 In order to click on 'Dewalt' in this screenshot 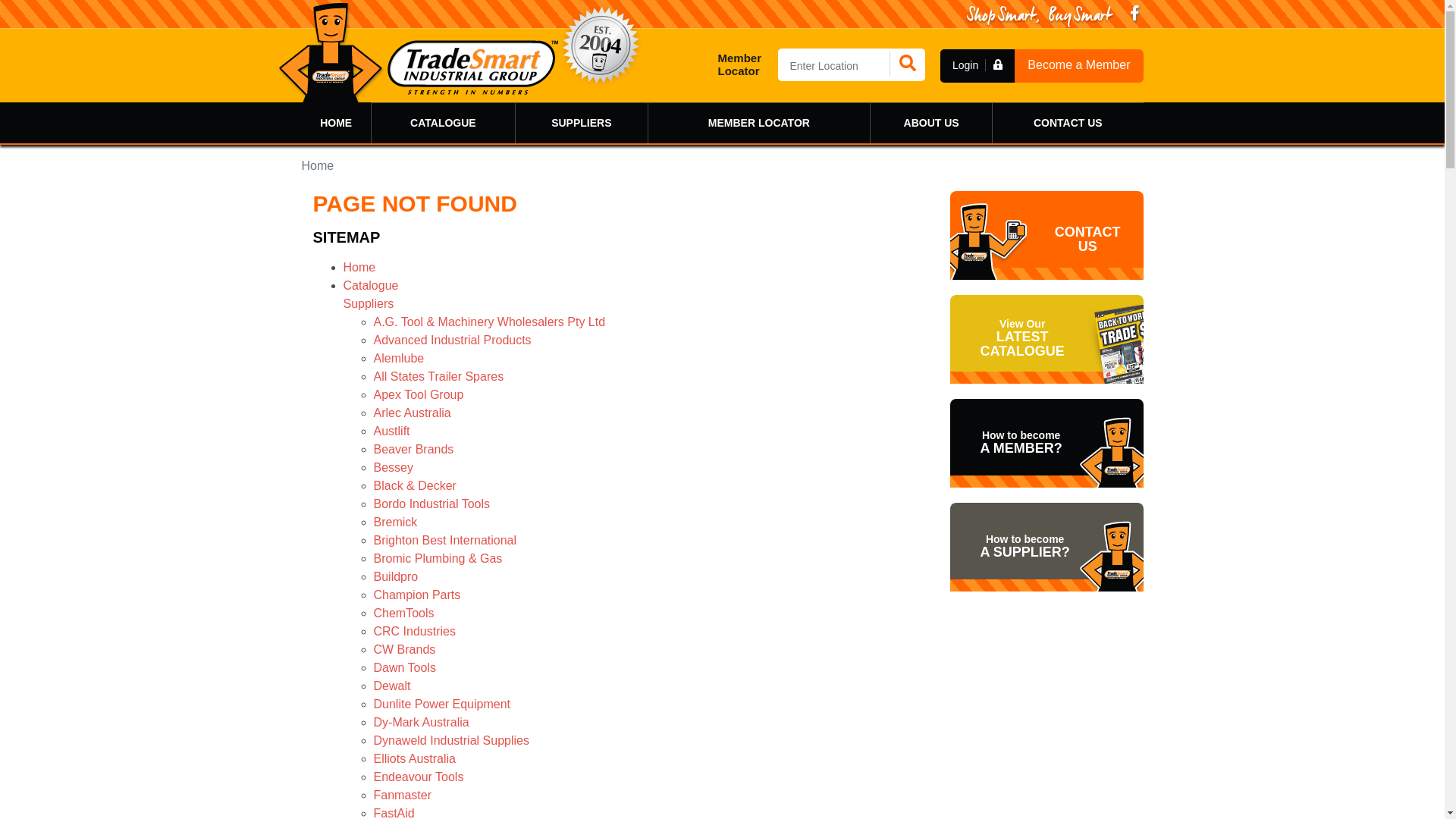, I will do `click(391, 686)`.